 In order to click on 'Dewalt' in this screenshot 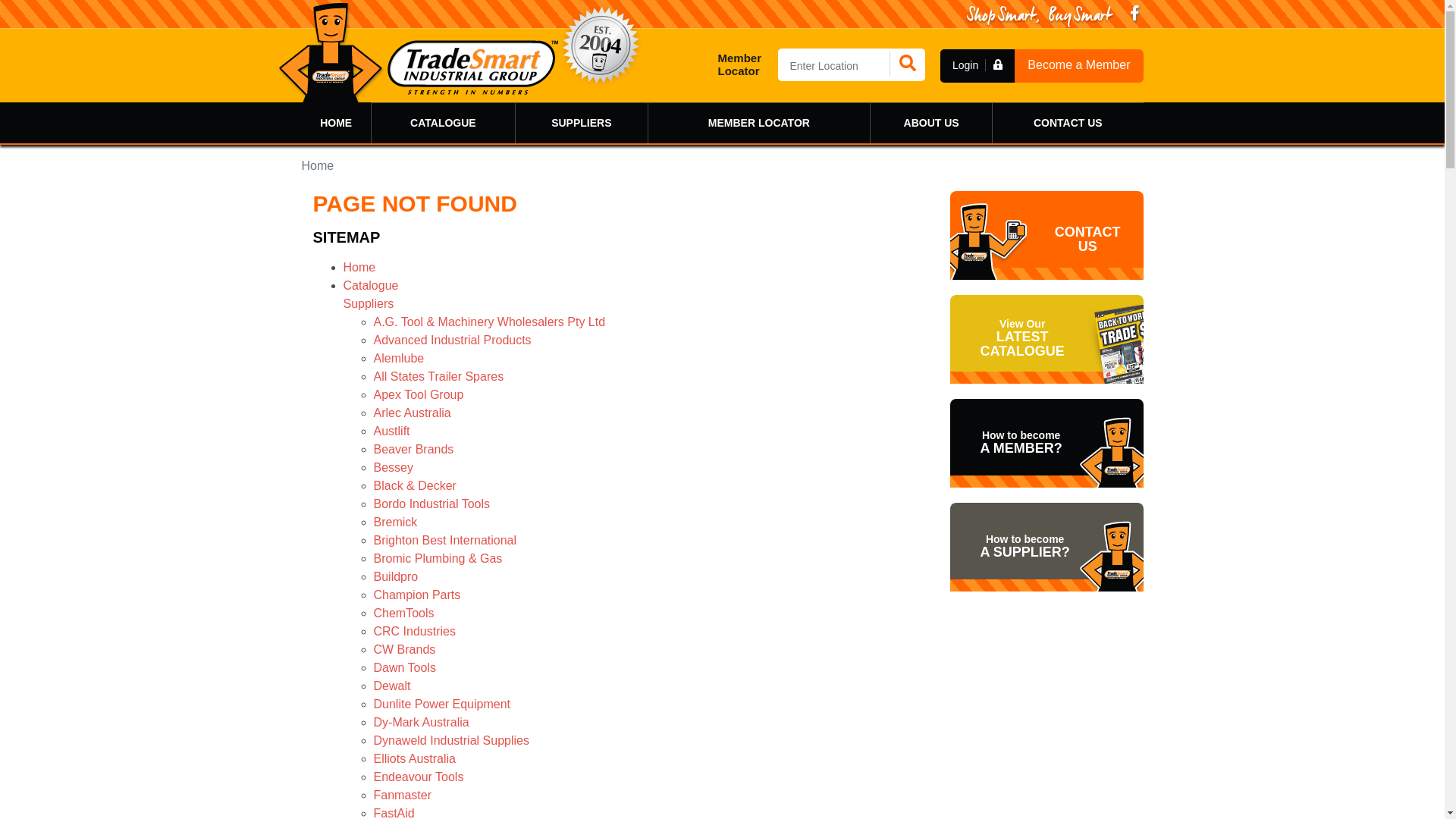, I will do `click(391, 686)`.